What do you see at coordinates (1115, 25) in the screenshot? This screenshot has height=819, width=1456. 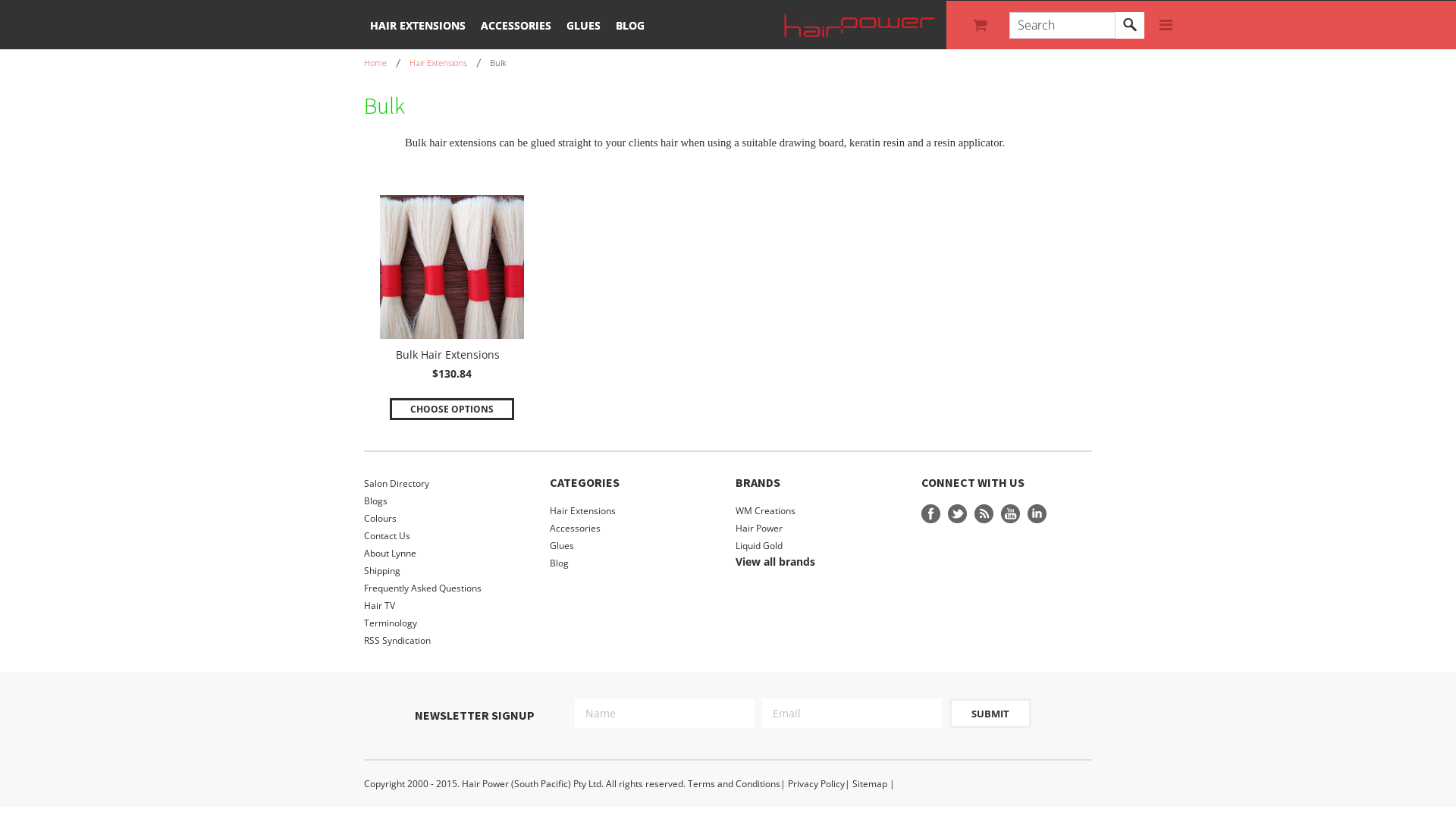 I see `'Search'` at bounding box center [1115, 25].